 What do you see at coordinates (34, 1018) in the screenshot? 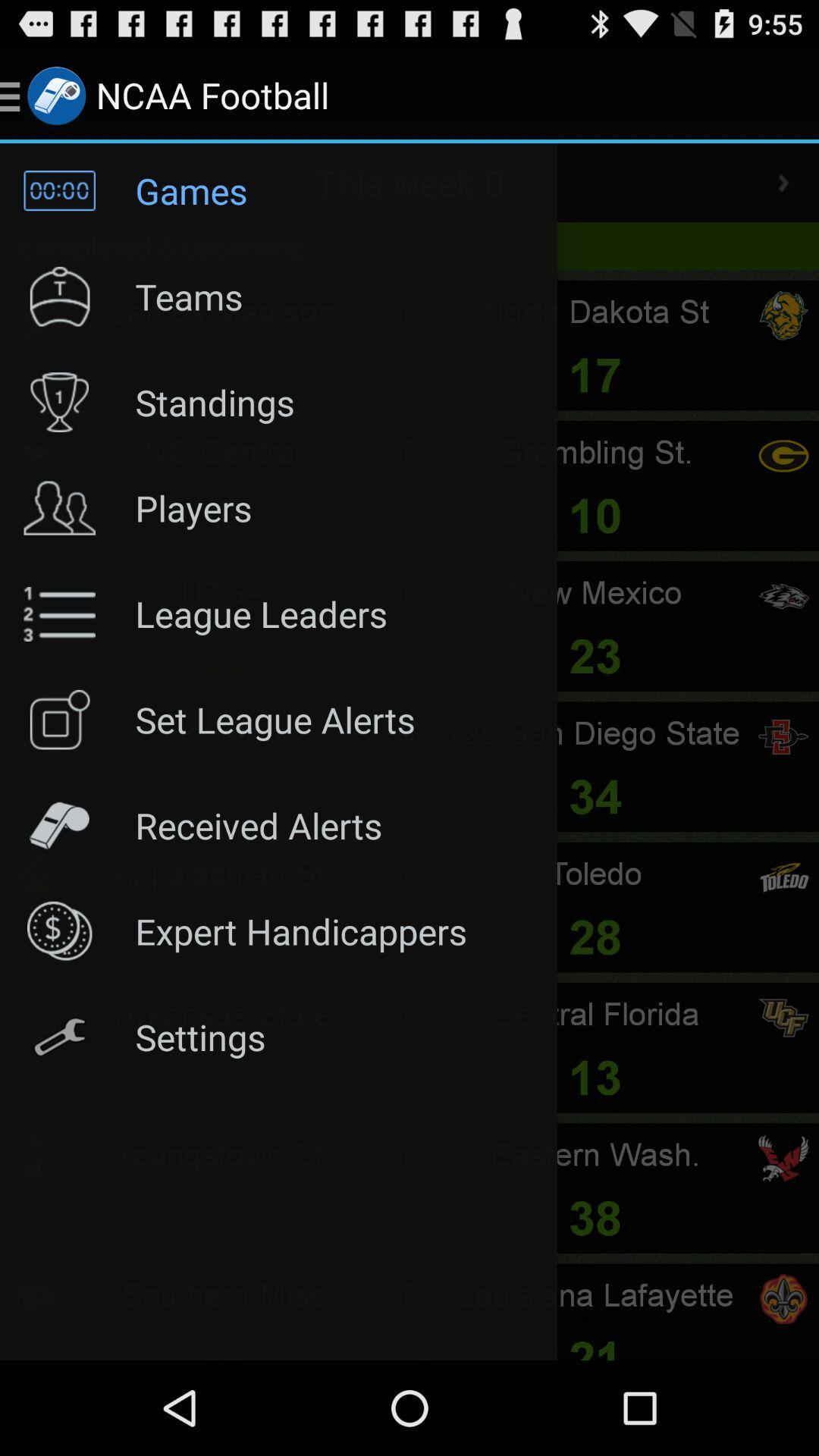
I see `the settings icon` at bounding box center [34, 1018].